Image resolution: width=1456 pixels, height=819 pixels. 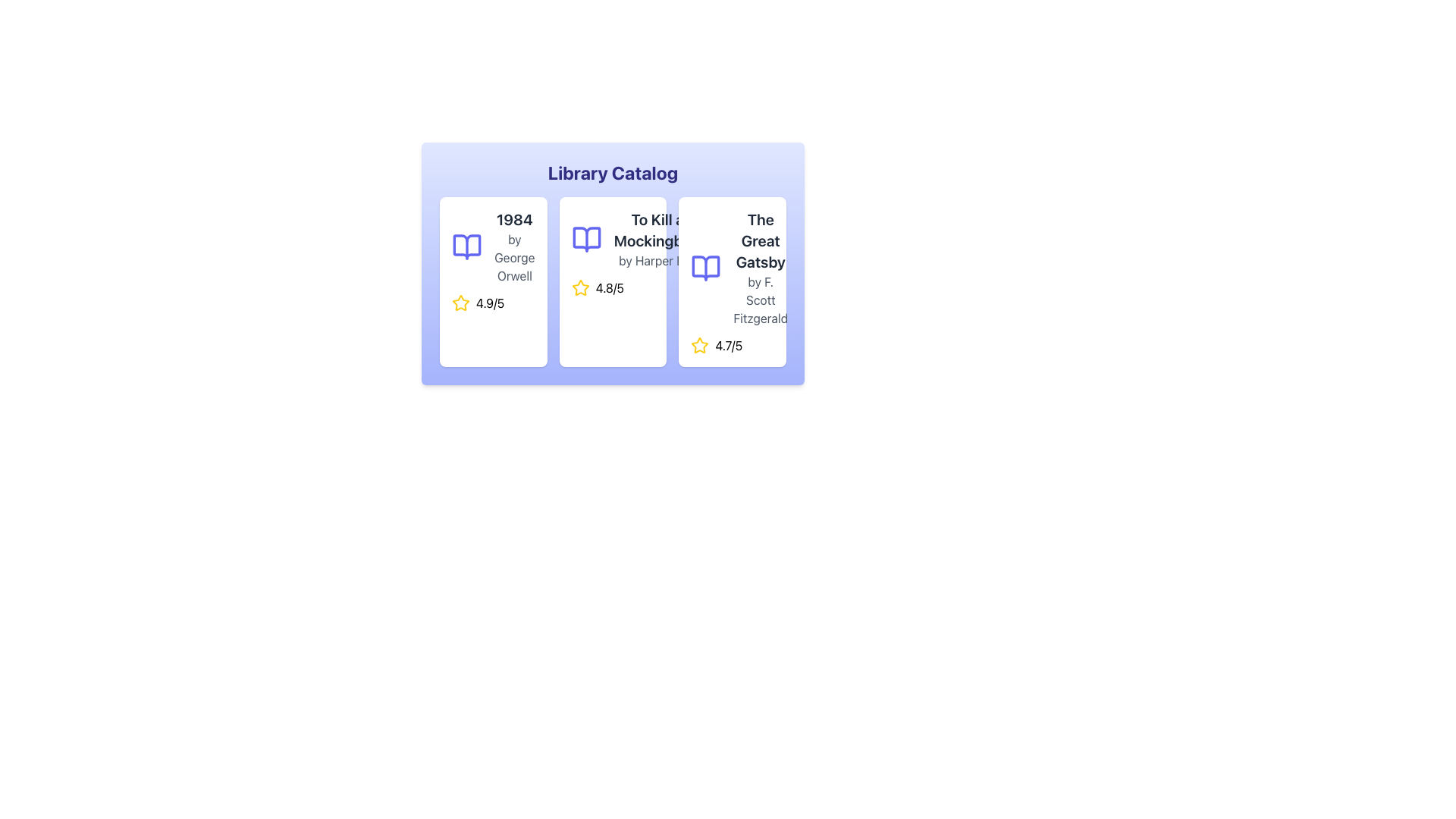 What do you see at coordinates (579, 288) in the screenshot?
I see `the star-shaped rating icon with a yellow outline, which is located above the '4.8/5' text in the second card of the horizontally aligned list` at bounding box center [579, 288].